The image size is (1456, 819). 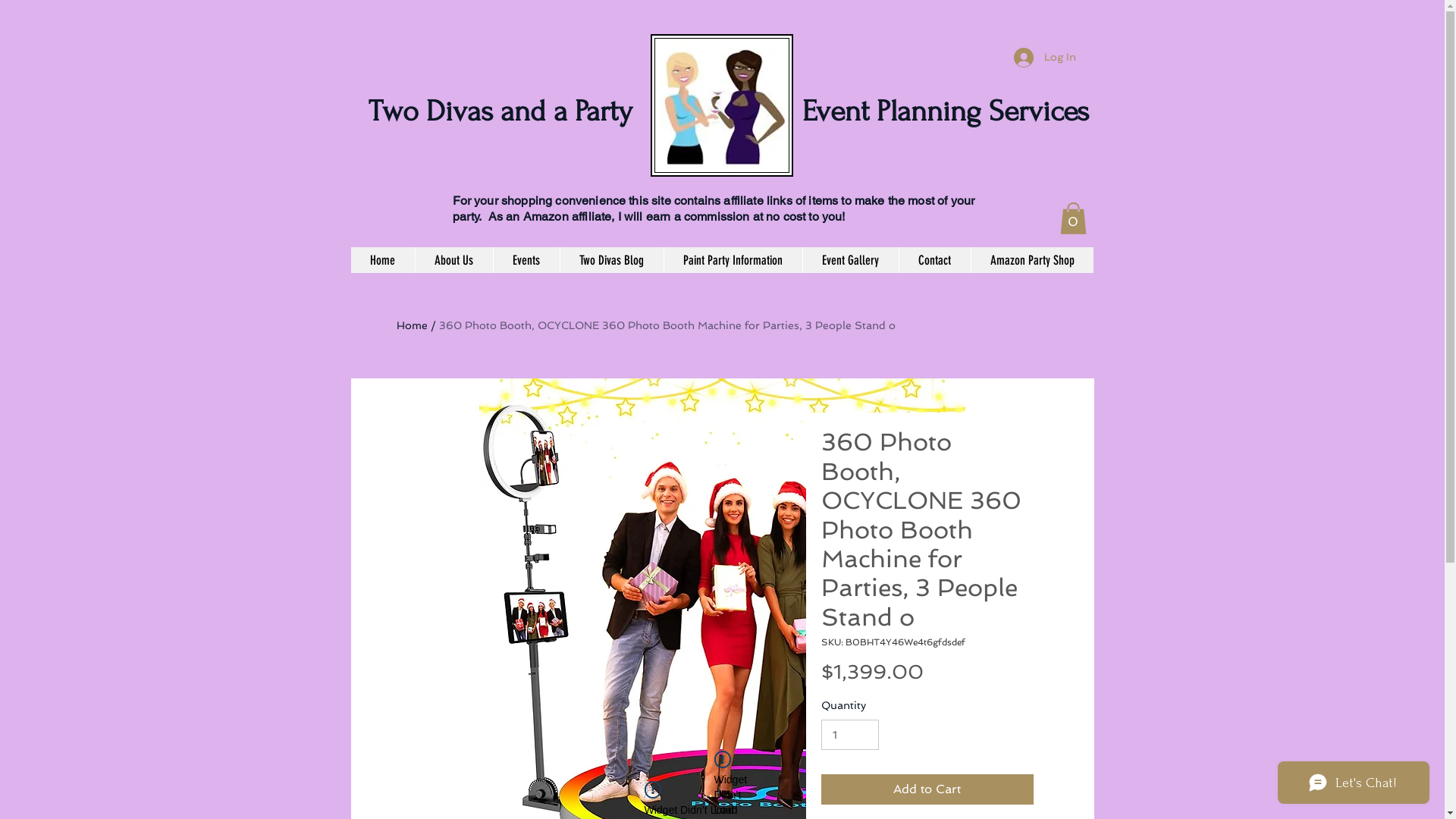 What do you see at coordinates (732, 259) in the screenshot?
I see `'Paint Party Information'` at bounding box center [732, 259].